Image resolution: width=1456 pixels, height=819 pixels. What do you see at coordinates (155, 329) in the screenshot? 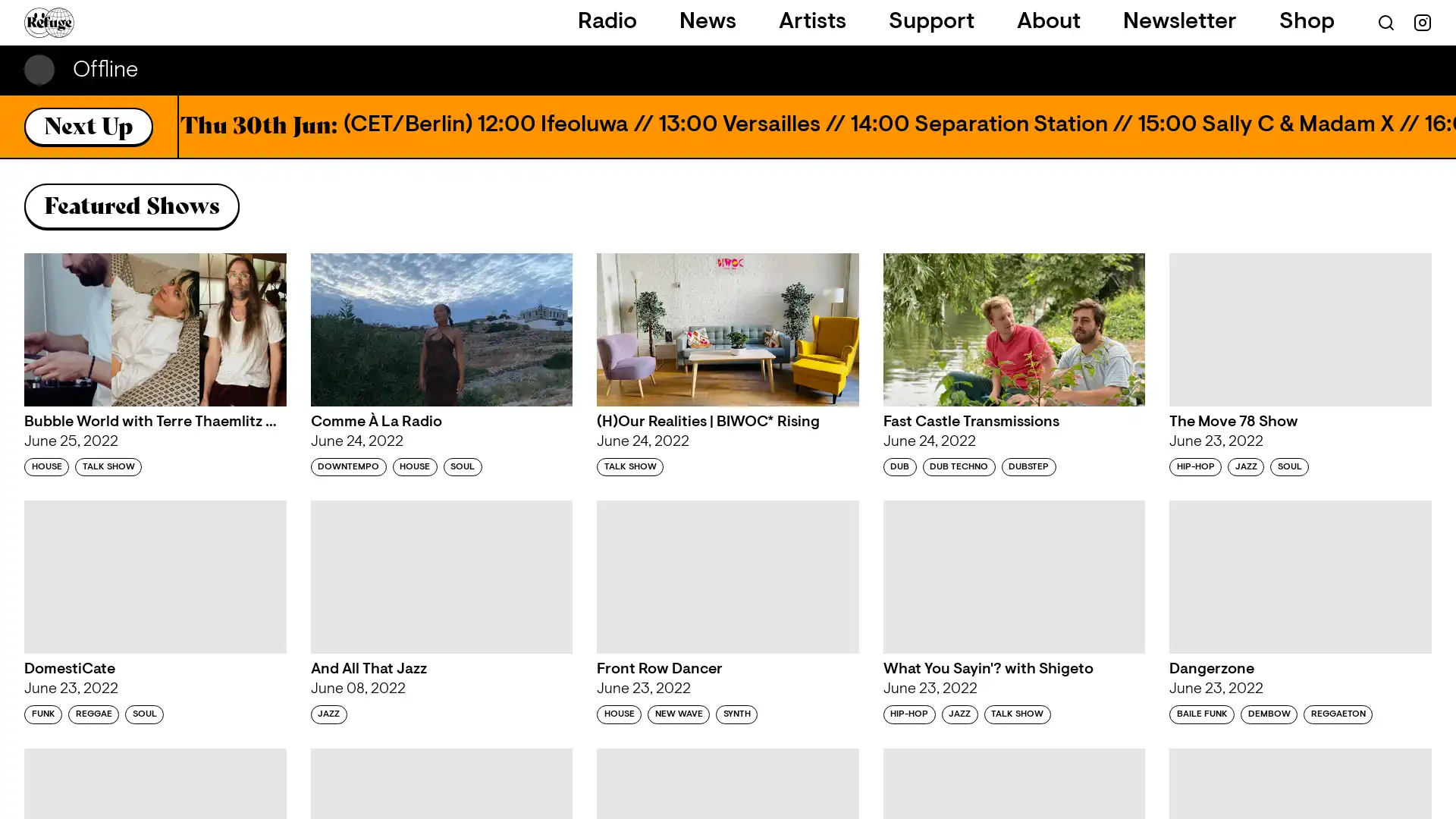
I see `Bubble World with Terre Thaemlitz & Serge Garcia` at bounding box center [155, 329].